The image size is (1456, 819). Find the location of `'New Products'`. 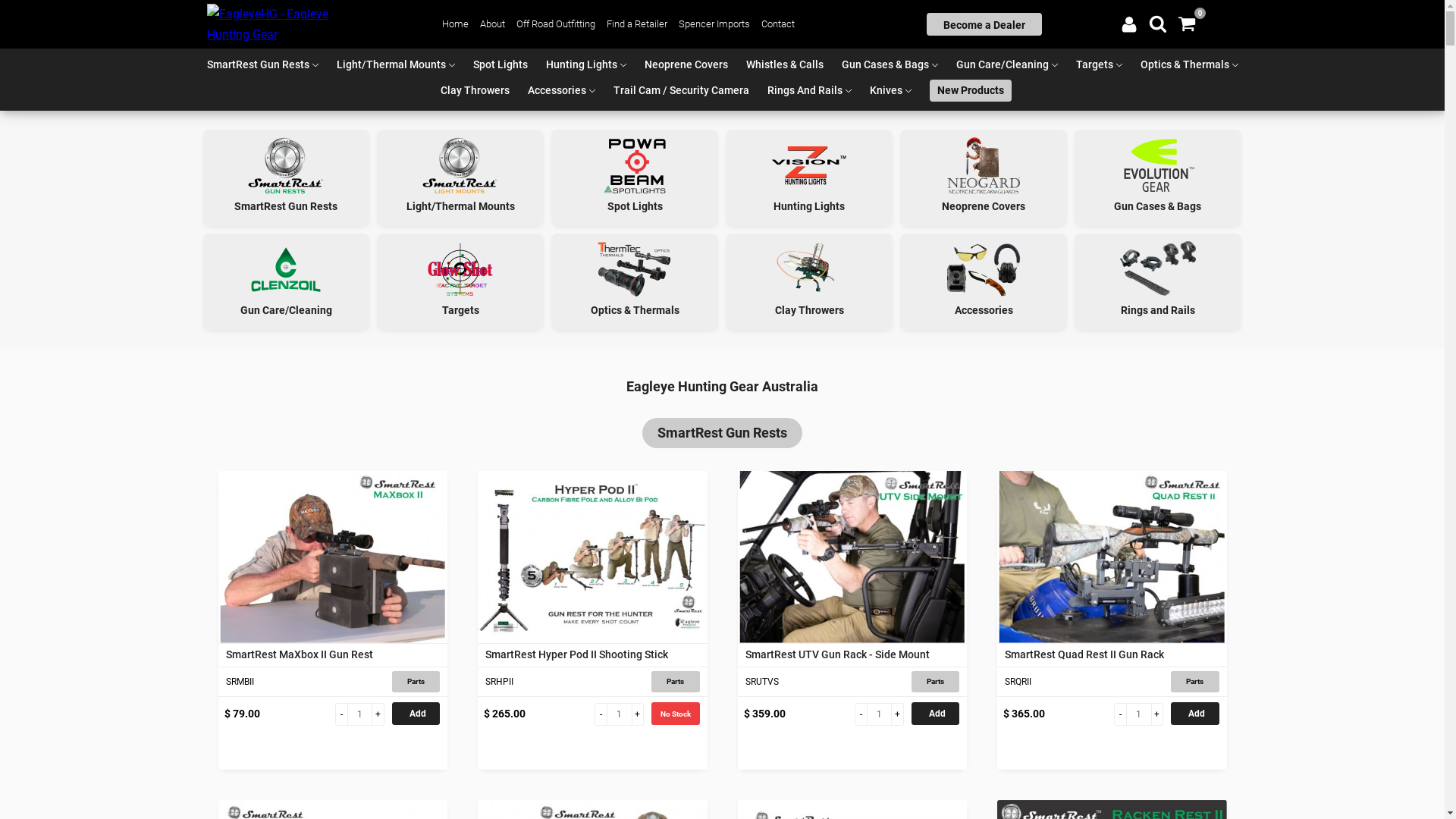

'New Products' is located at coordinates (971, 90).